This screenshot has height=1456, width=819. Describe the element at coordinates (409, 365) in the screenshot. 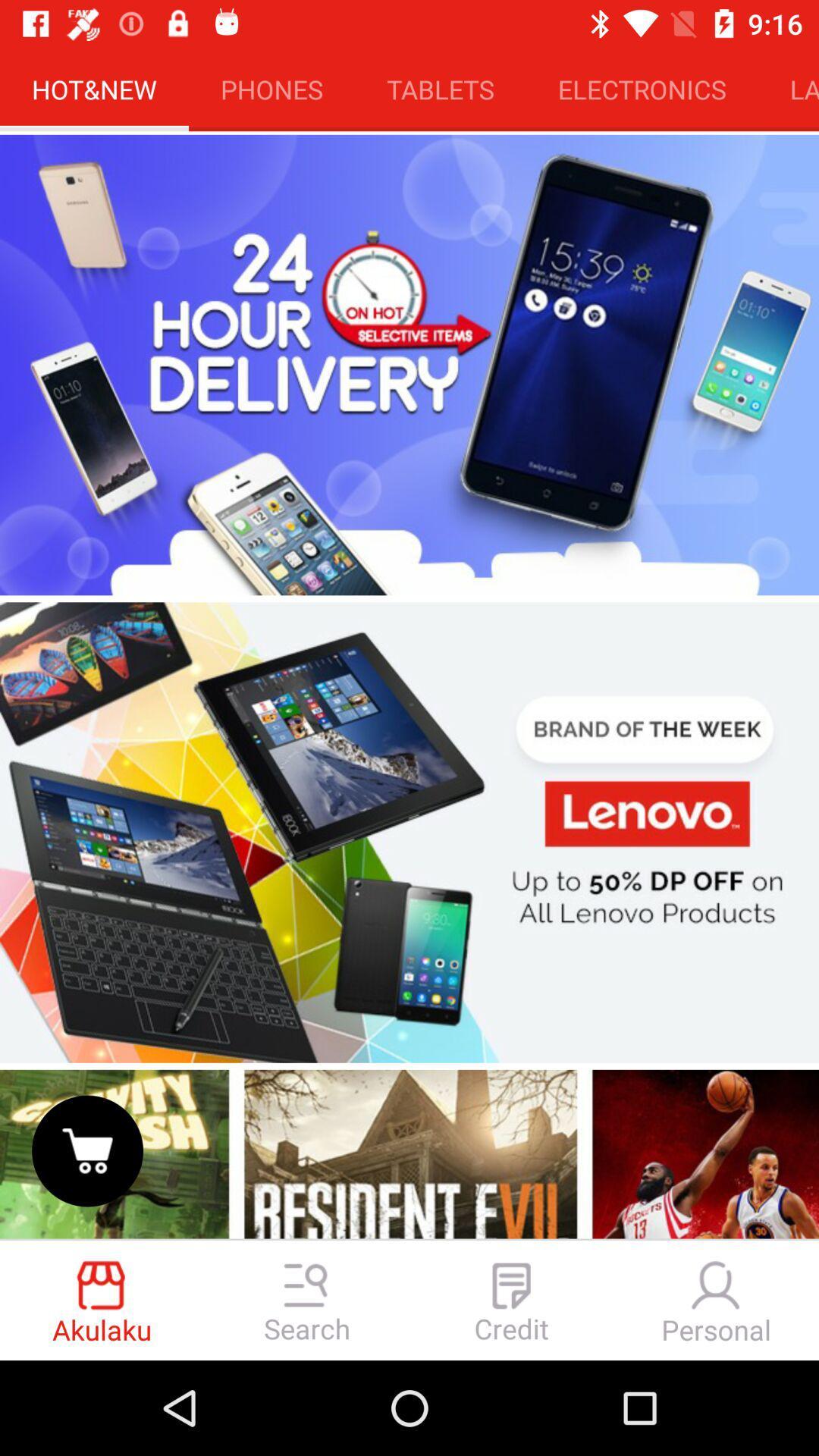

I see `24 hour delivery` at that location.